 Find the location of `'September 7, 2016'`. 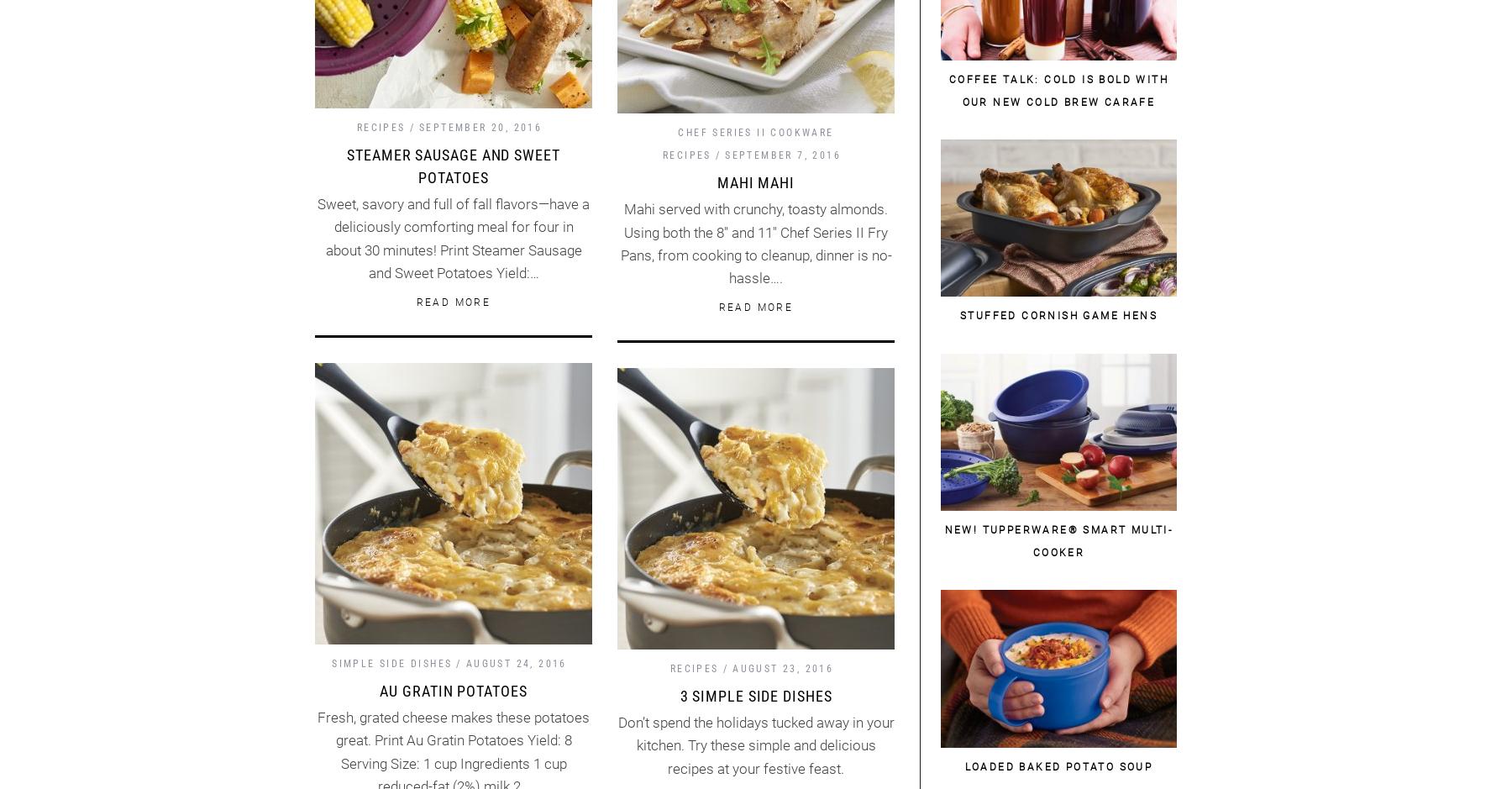

'September 7, 2016' is located at coordinates (724, 154).